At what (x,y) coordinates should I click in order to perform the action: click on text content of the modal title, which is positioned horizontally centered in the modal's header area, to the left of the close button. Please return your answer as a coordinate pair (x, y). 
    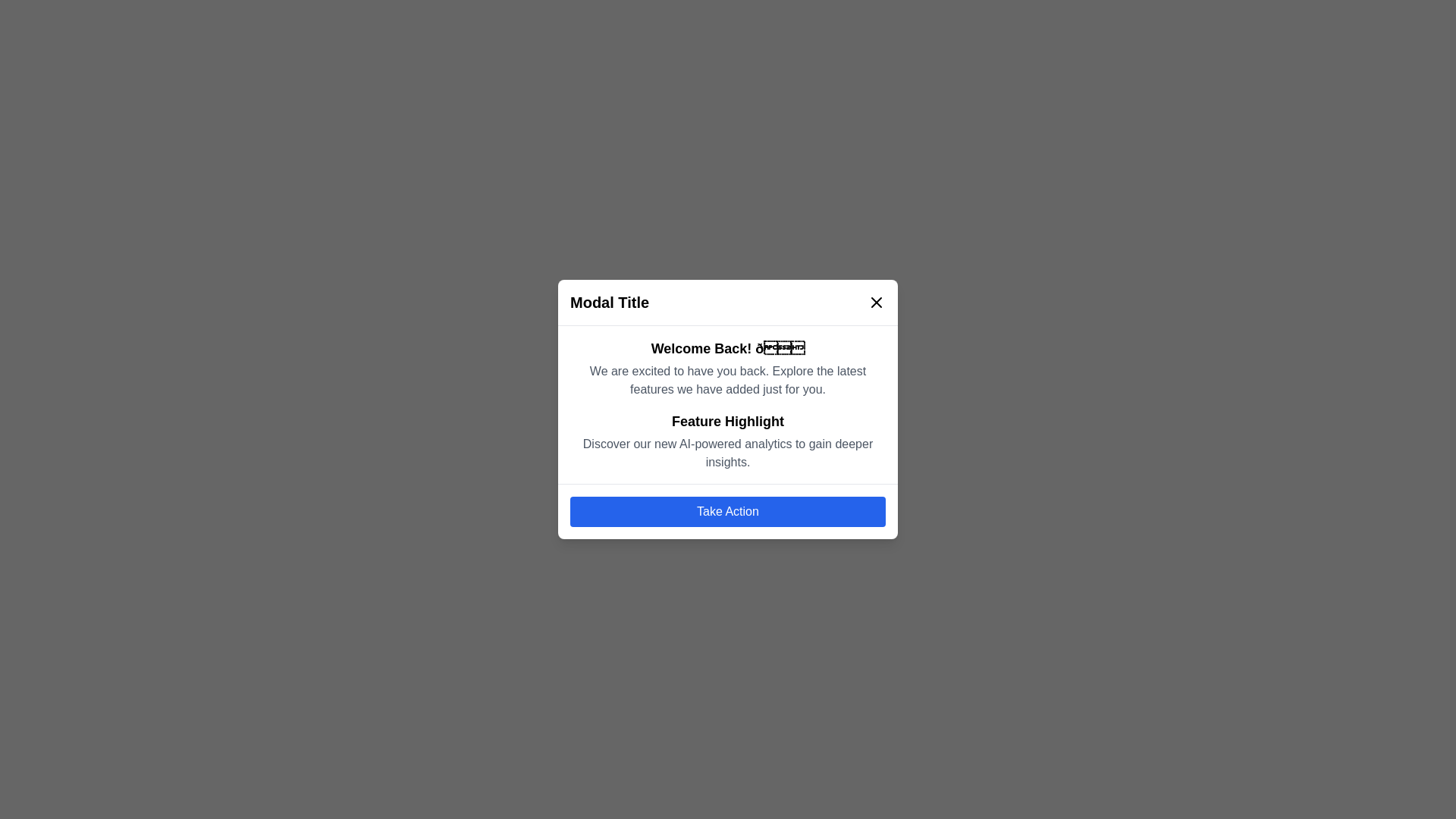
    Looking at the image, I should click on (610, 302).